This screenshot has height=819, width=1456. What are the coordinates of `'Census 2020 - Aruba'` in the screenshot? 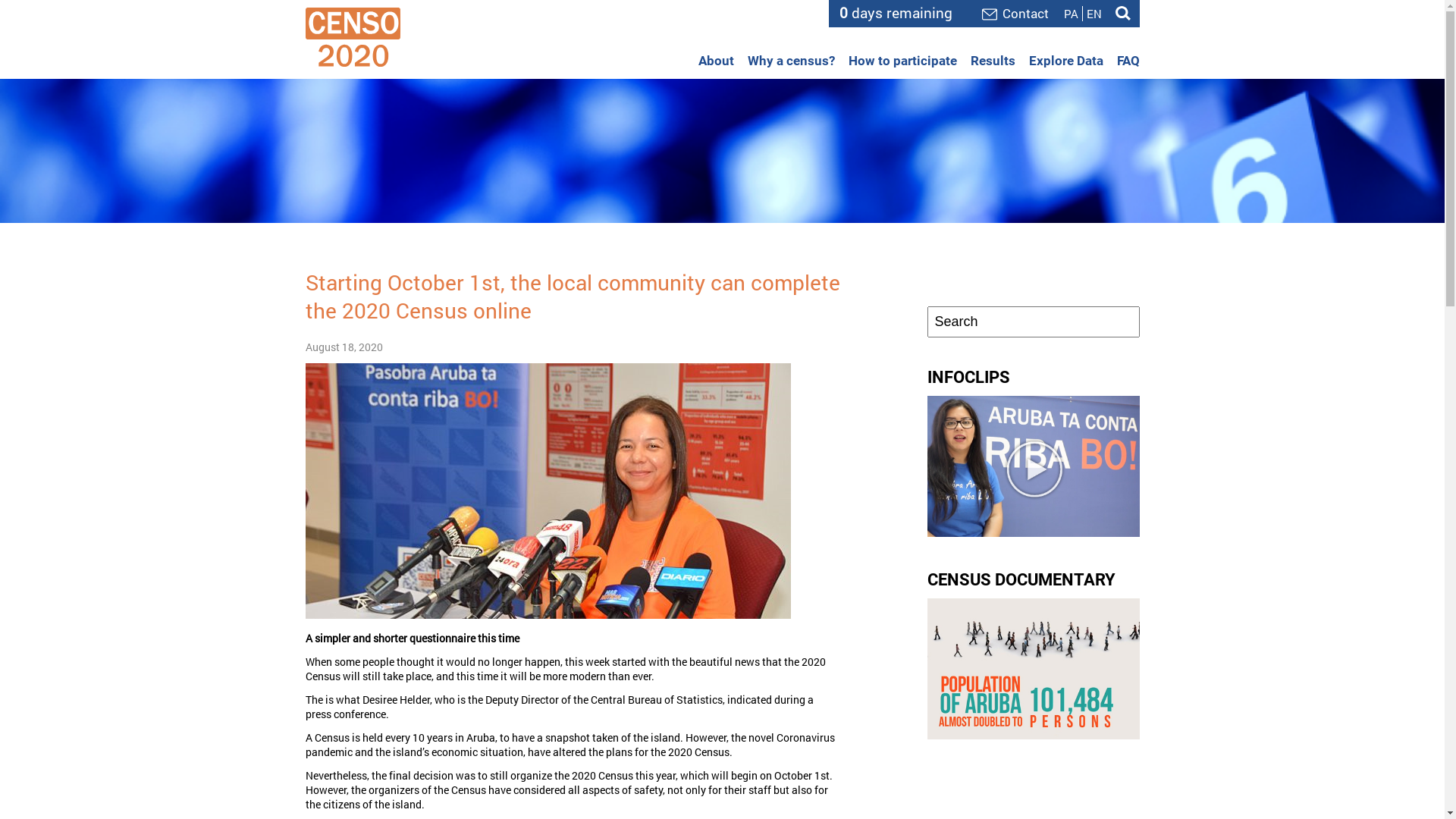 It's located at (351, 36).